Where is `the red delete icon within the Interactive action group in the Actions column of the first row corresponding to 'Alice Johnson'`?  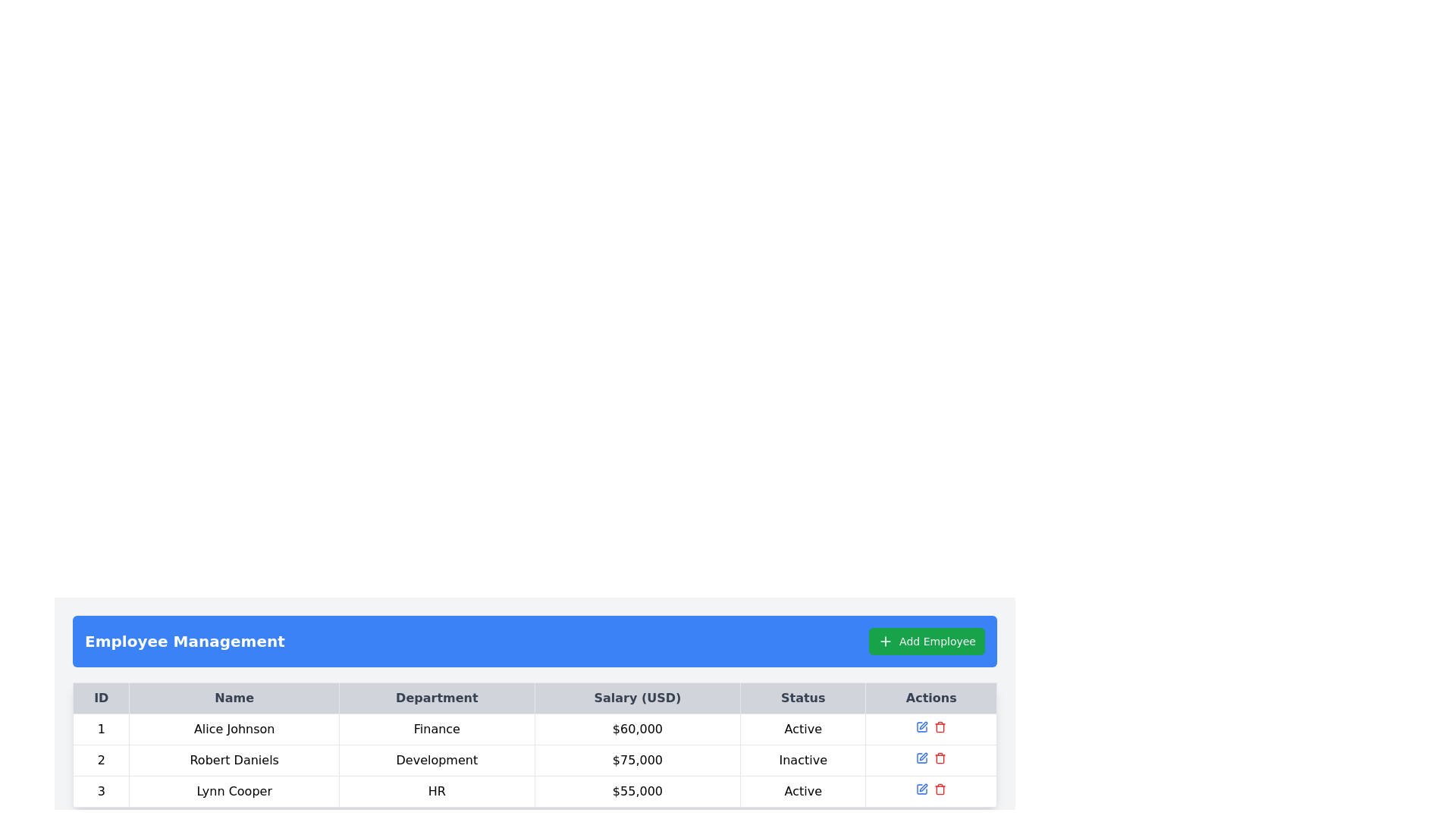 the red delete icon within the Interactive action group in the Actions column of the first row corresponding to 'Alice Johnson' is located at coordinates (930, 728).